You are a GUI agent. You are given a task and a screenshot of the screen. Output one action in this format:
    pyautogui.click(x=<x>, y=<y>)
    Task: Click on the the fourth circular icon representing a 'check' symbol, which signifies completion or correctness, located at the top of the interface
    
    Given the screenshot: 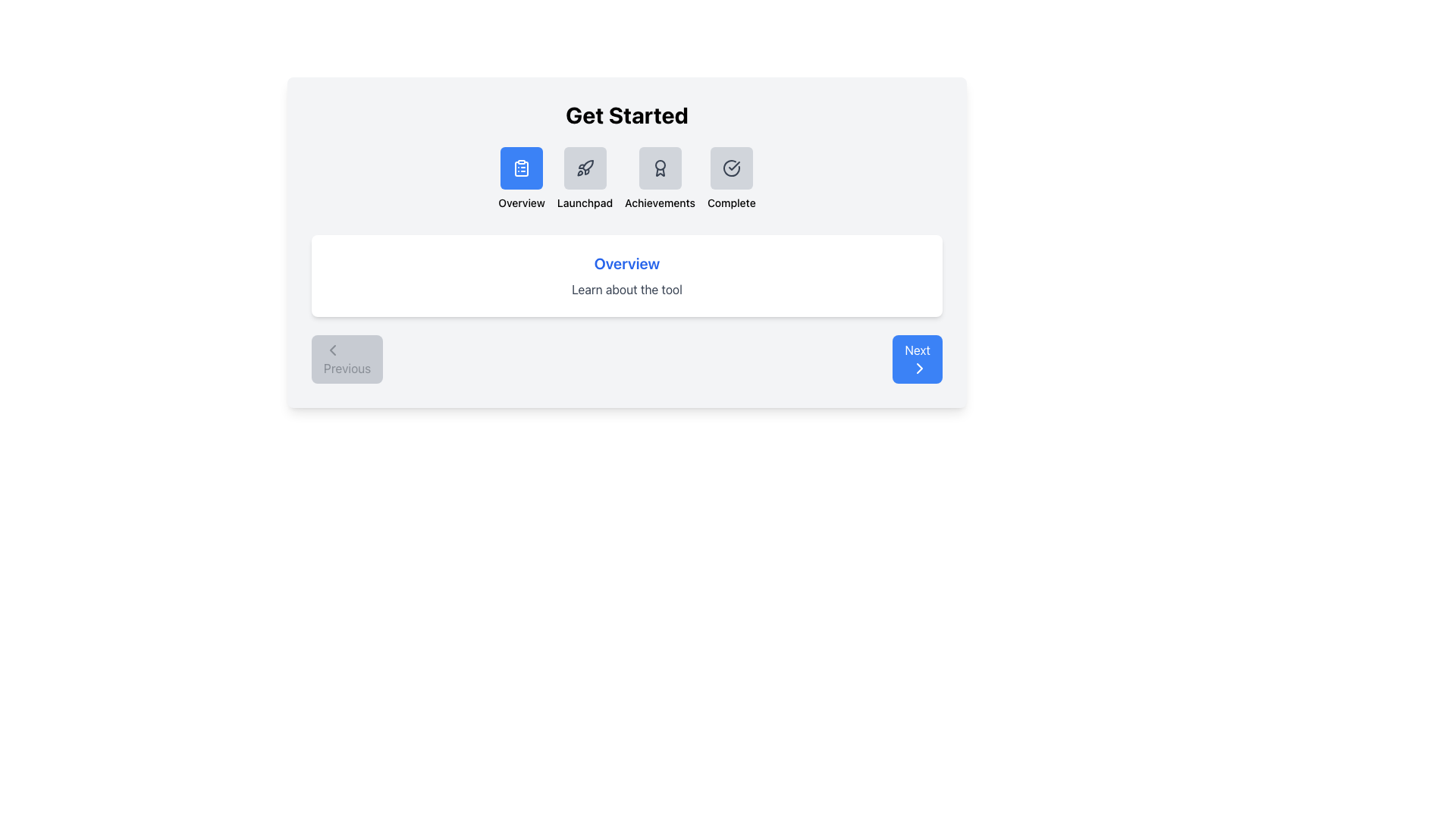 What is the action you would take?
    pyautogui.click(x=734, y=166)
    